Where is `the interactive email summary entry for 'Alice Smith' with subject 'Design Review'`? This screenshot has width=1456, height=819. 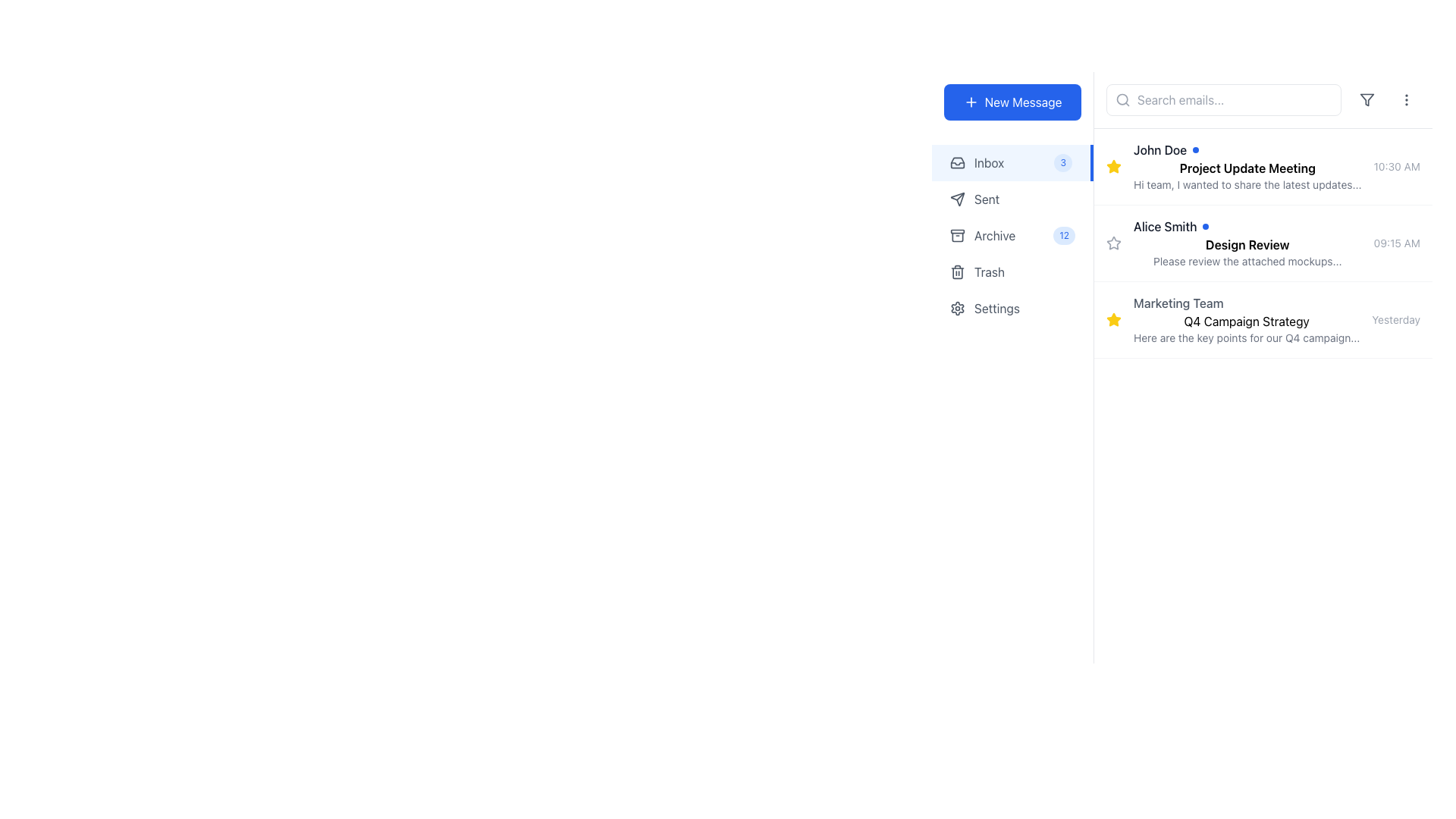 the interactive email summary entry for 'Alice Smith' with subject 'Design Review' is located at coordinates (1263, 242).